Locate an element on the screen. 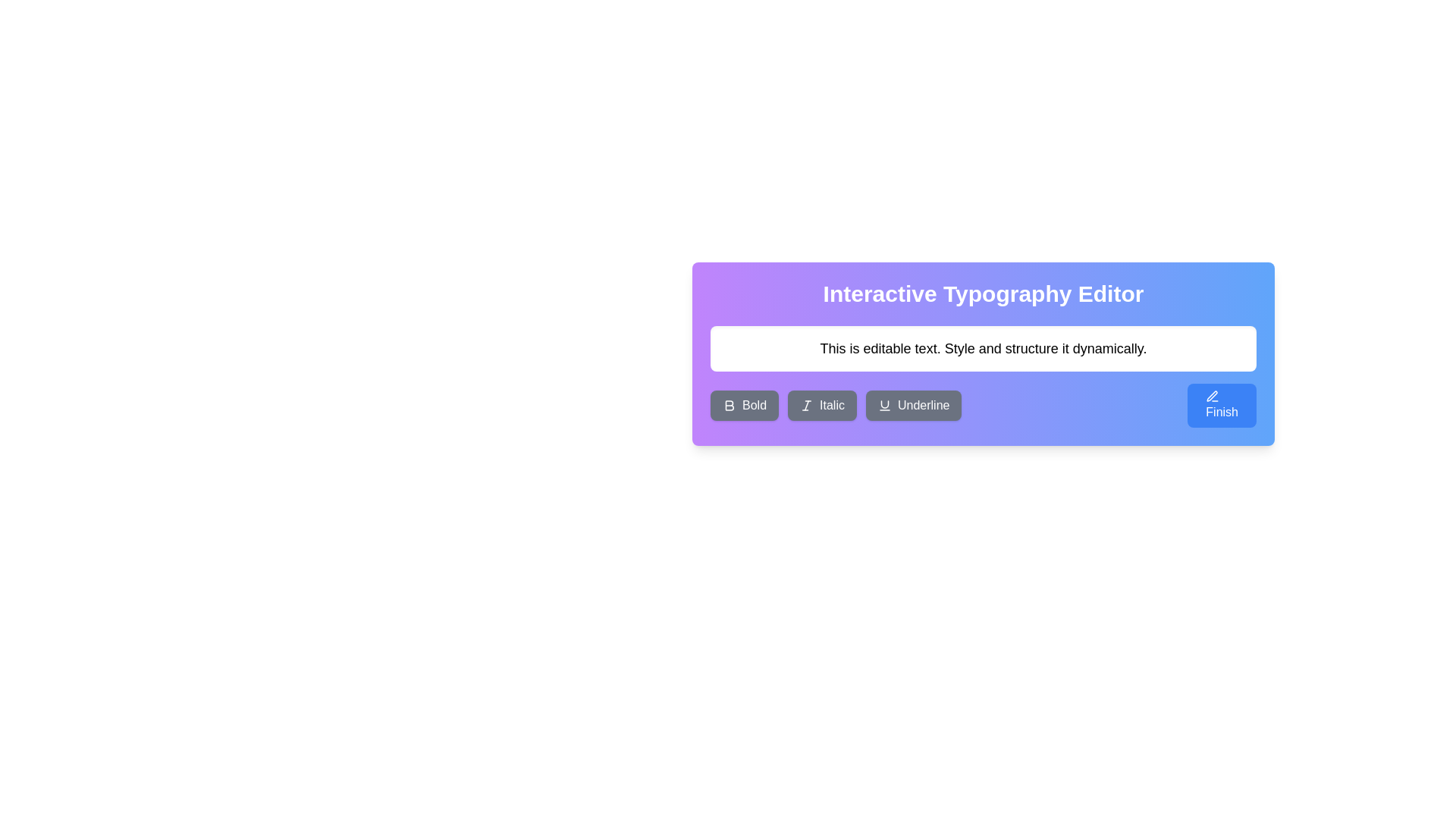 This screenshot has height=819, width=1456. the pen icon located in the bottom-right corner of the interface, next to the 'Finish' button is located at coordinates (1211, 395).